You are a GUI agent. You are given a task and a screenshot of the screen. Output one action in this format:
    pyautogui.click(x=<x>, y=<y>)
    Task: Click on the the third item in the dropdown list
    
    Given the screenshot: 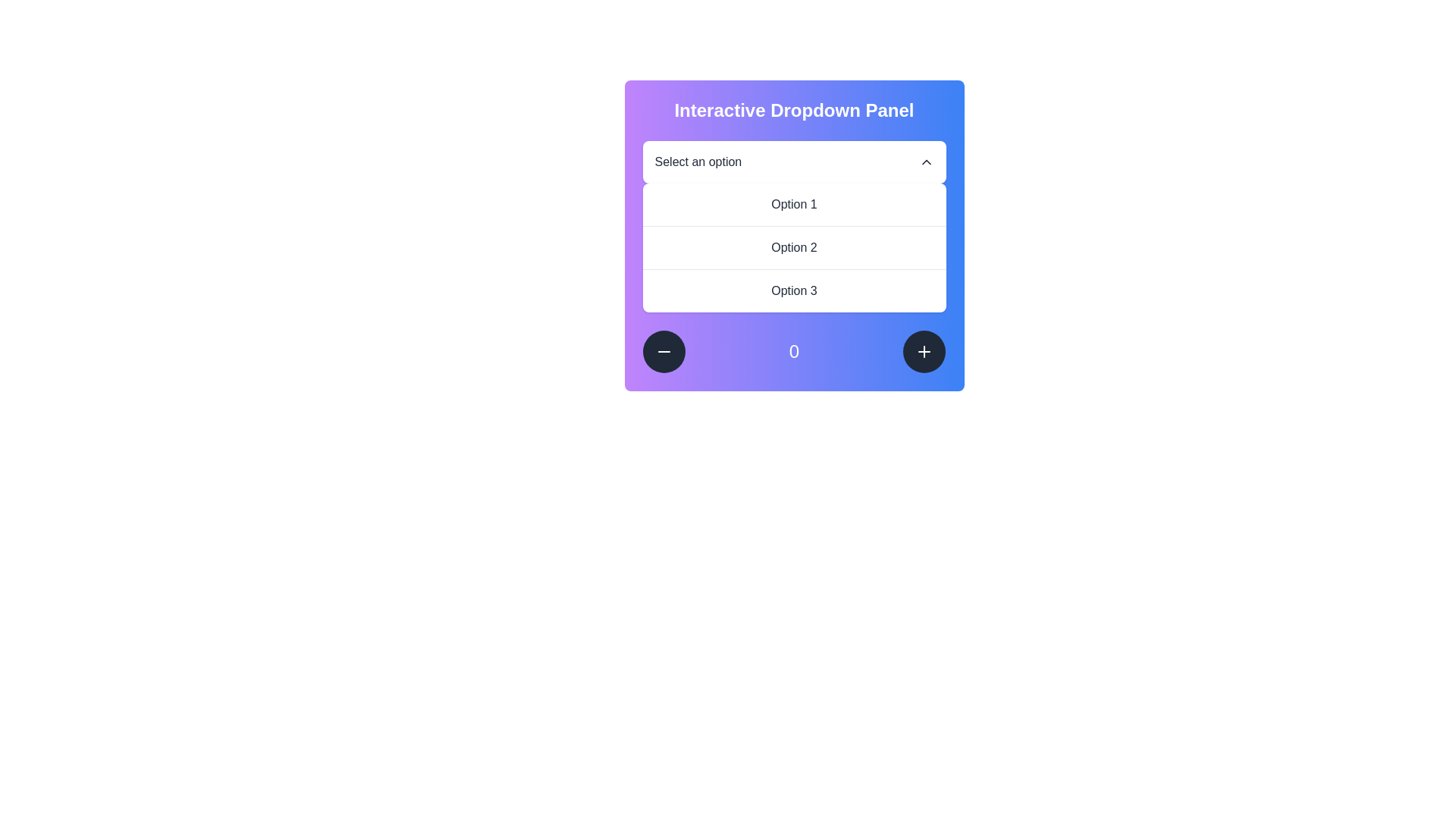 What is the action you would take?
    pyautogui.click(x=793, y=290)
    